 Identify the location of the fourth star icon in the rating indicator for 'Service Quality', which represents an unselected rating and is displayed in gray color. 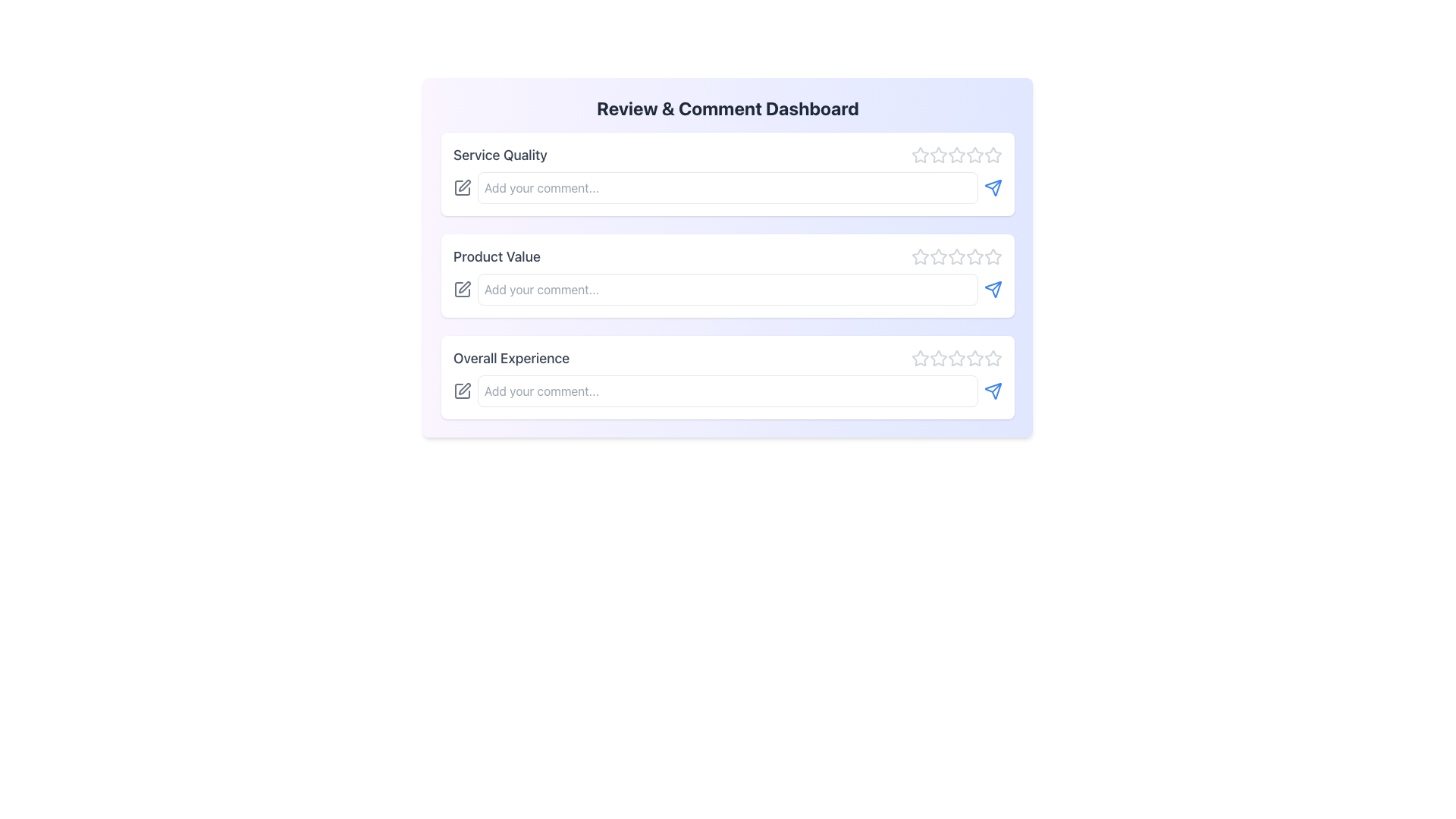
(975, 155).